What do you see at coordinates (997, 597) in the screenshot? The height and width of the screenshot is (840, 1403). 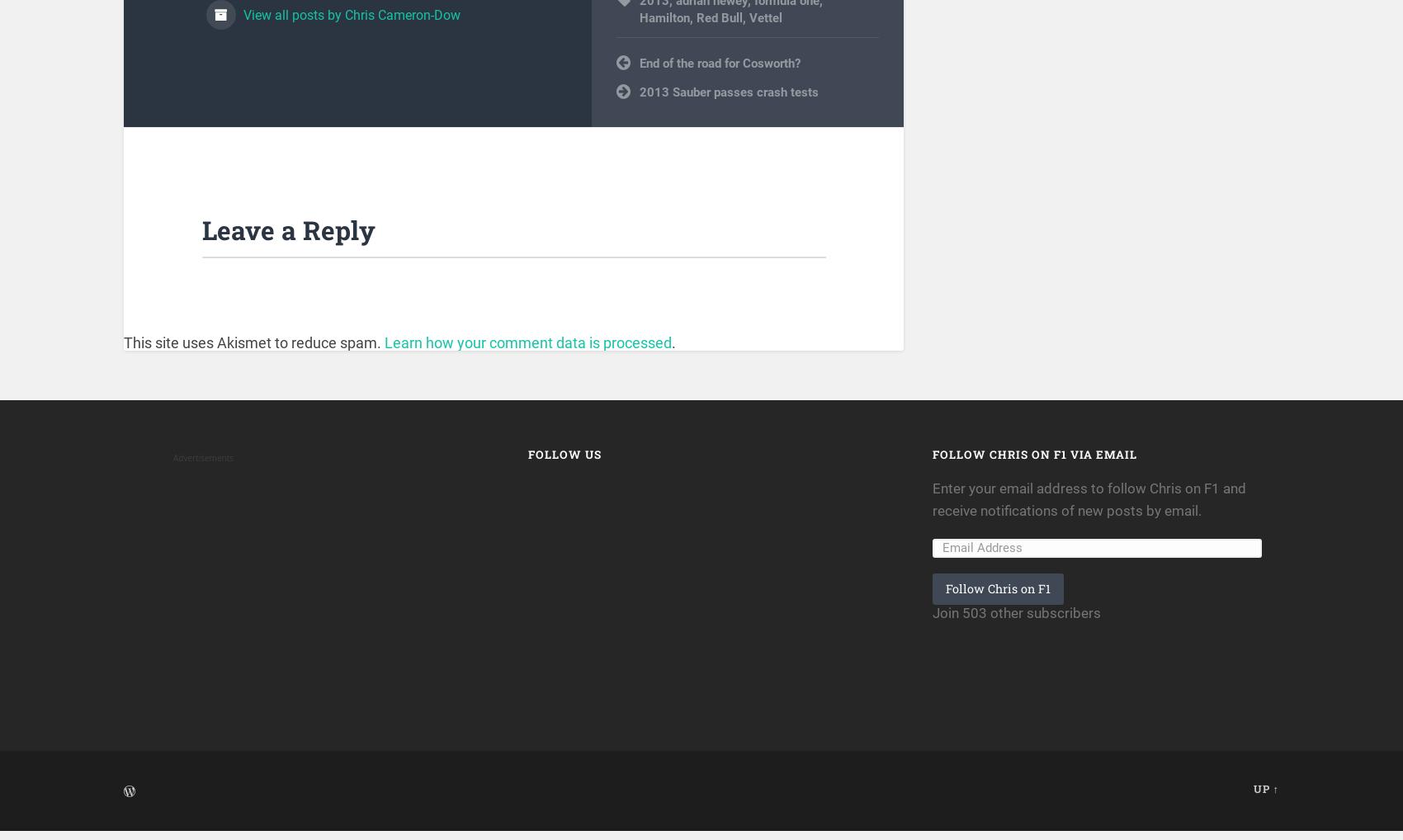 I see `'Follow Chris on F1'` at bounding box center [997, 597].